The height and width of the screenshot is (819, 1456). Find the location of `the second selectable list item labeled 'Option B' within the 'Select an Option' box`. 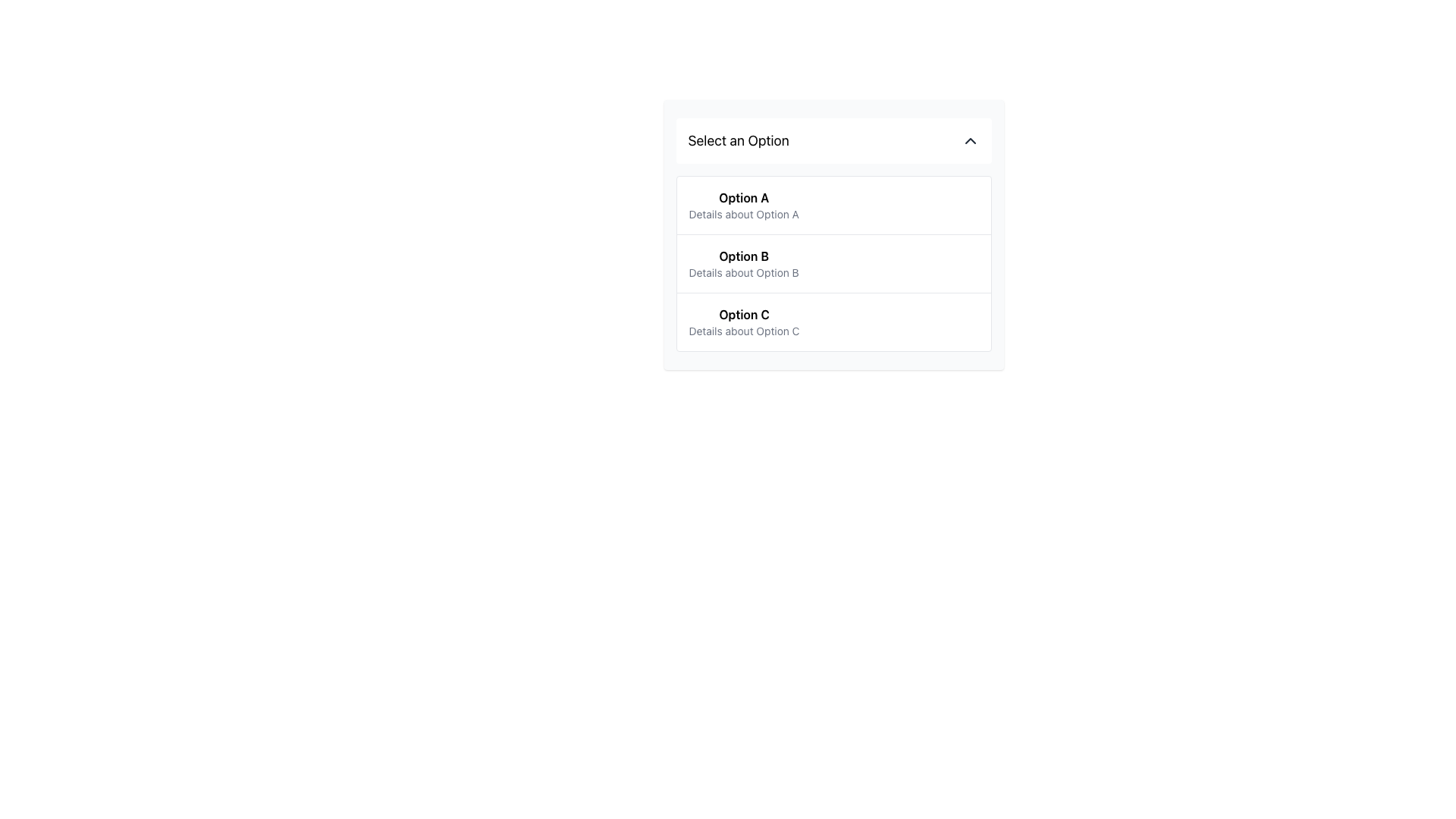

the second selectable list item labeled 'Option B' within the 'Select an Option' box is located at coordinates (833, 262).